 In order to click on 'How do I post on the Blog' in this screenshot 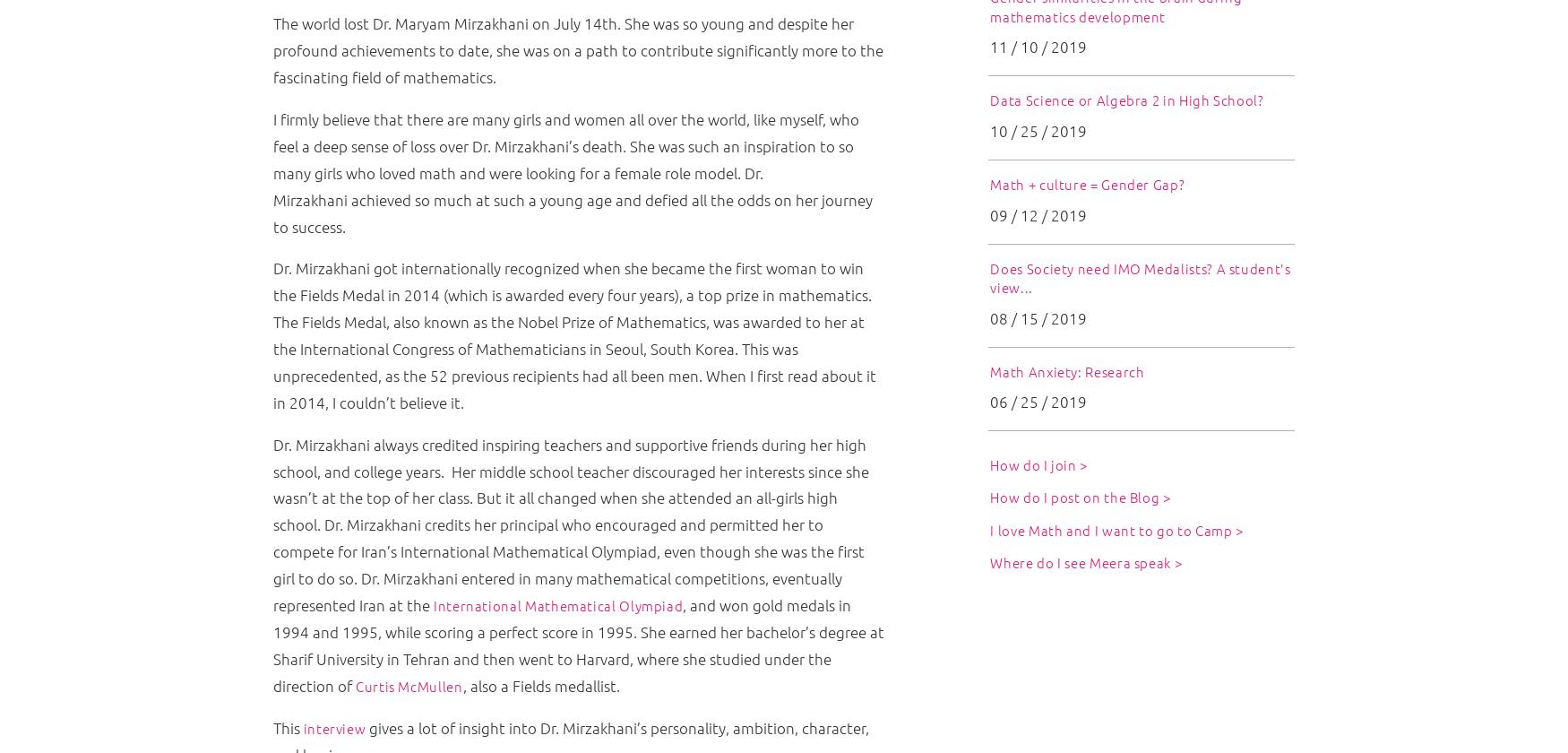, I will do `click(1074, 497)`.